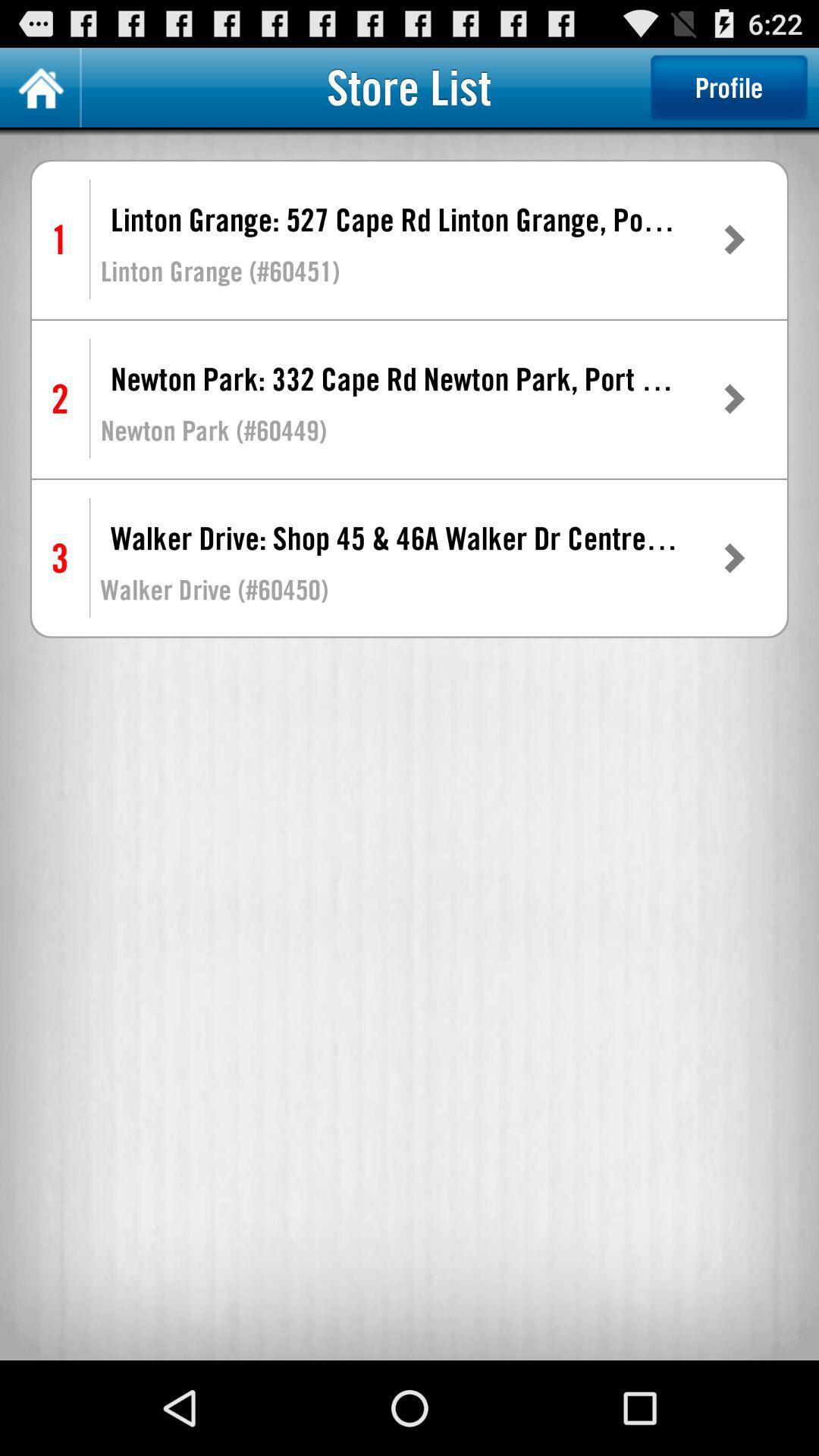 Image resolution: width=819 pixels, height=1456 pixels. Describe the element at coordinates (59, 557) in the screenshot. I see `the 3 item` at that location.